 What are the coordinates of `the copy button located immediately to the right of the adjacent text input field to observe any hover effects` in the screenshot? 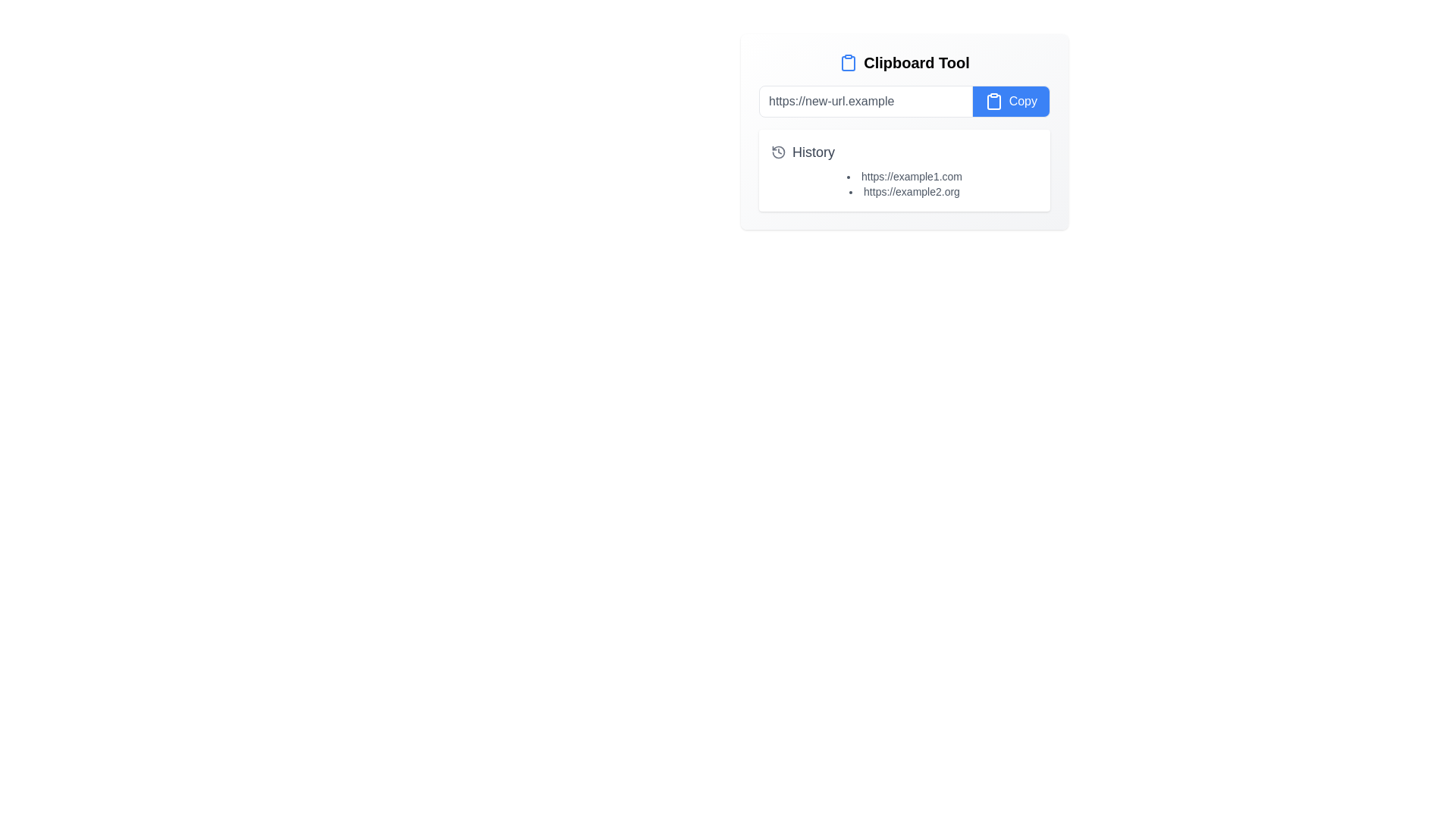 It's located at (1011, 102).